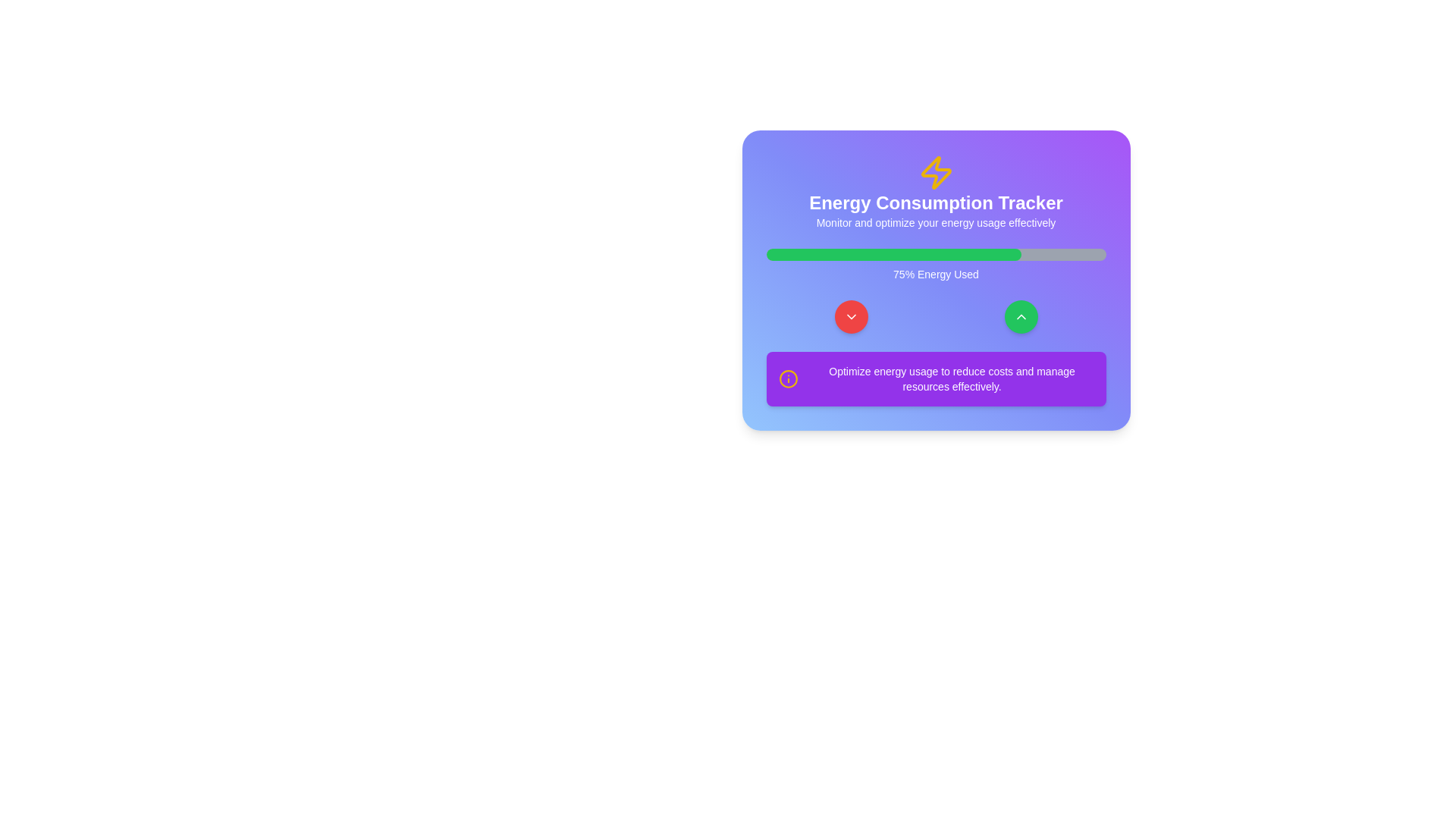 This screenshot has height=819, width=1456. What do you see at coordinates (935, 171) in the screenshot?
I see `the lightning bolt icon that visually represents energy or electricity, located at the top center of the card layout for the 'Energy Consumption Tracker'` at bounding box center [935, 171].